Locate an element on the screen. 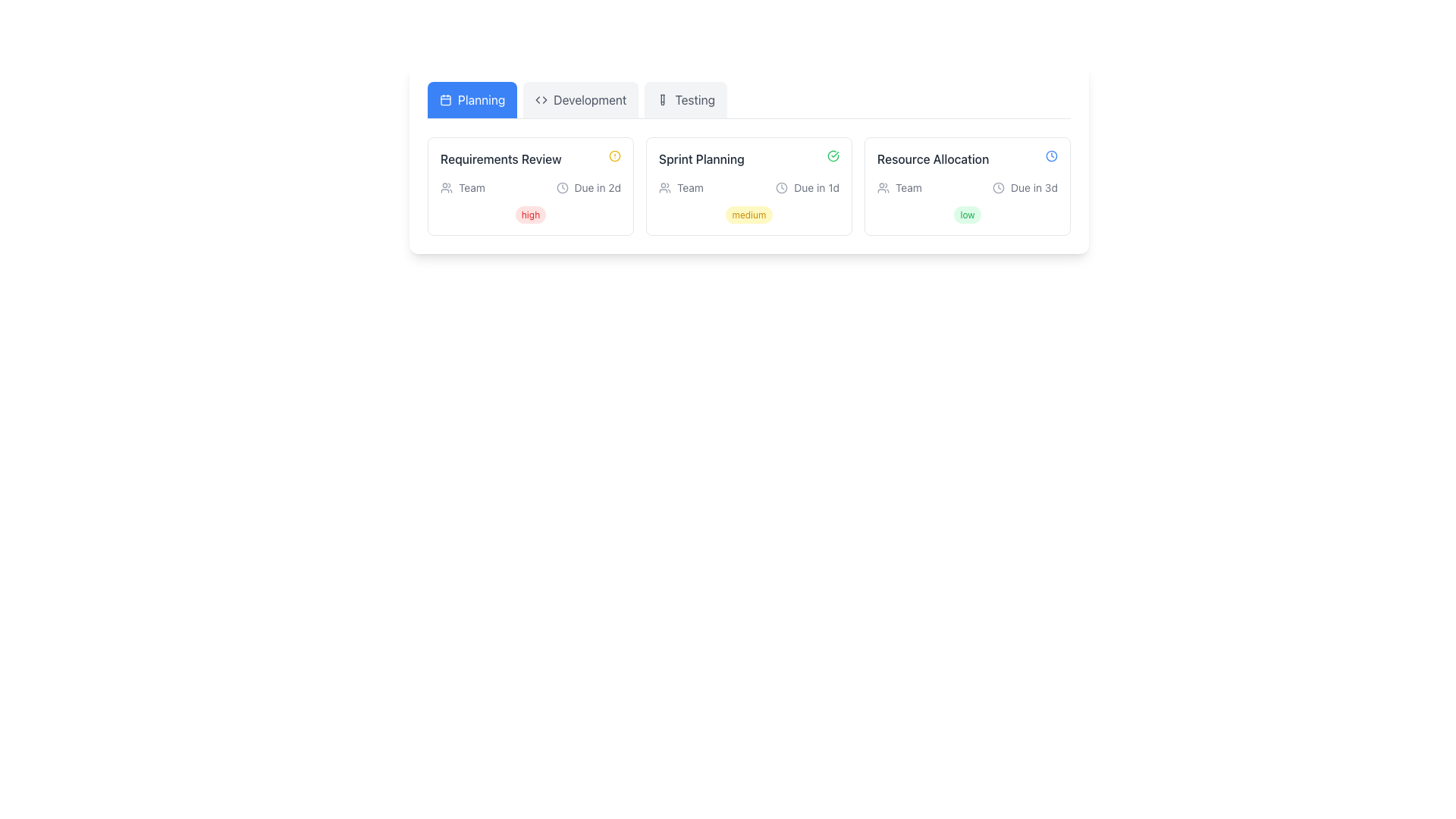 The image size is (1456, 819). text from the 'Sprint Planning' label, which is styled as a bold header in gray color, located at the top-center of the second card under the 'Planning' tab is located at coordinates (701, 158).